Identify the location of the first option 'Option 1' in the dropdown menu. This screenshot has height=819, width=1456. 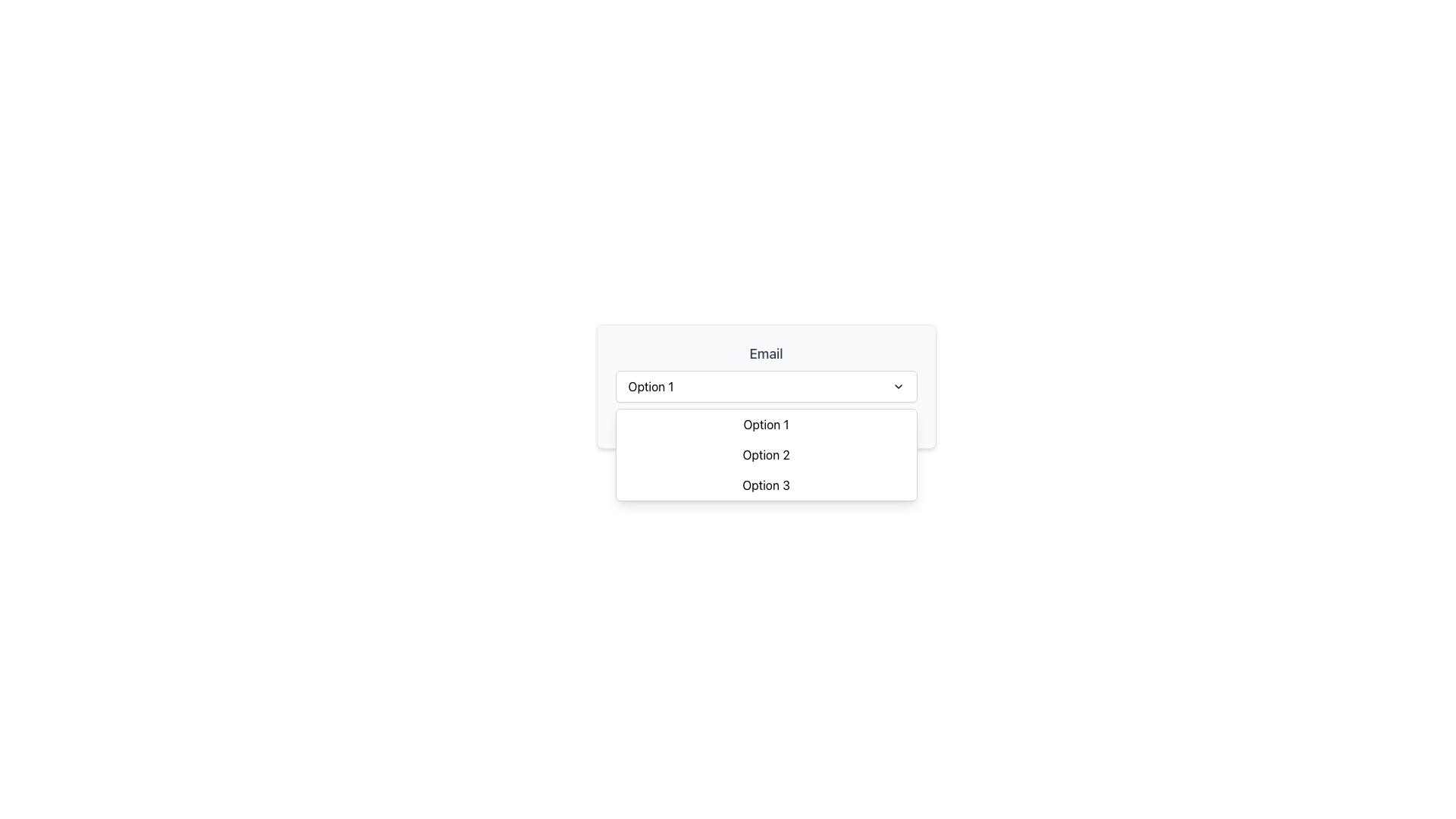
(789, 422).